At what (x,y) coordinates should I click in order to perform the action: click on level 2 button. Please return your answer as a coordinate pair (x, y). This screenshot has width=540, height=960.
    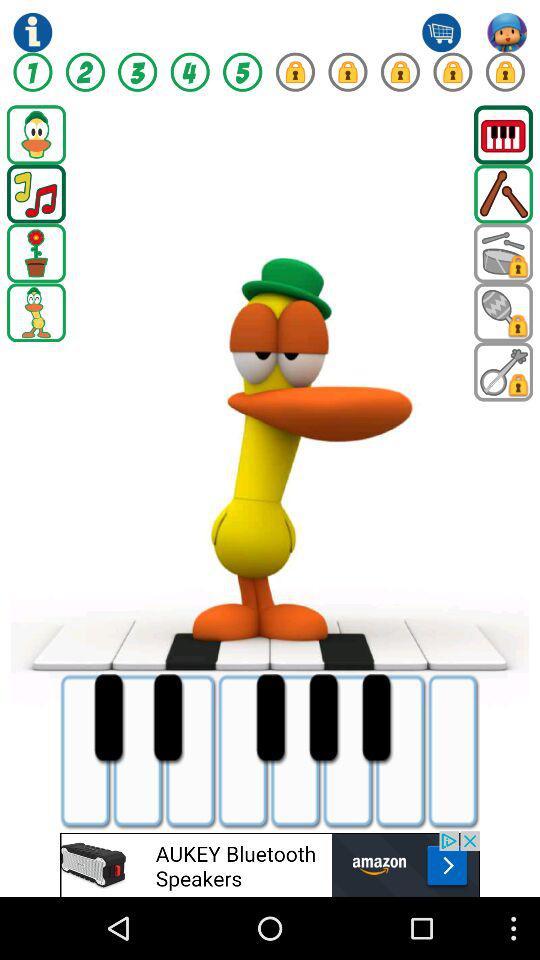
    Looking at the image, I should click on (84, 72).